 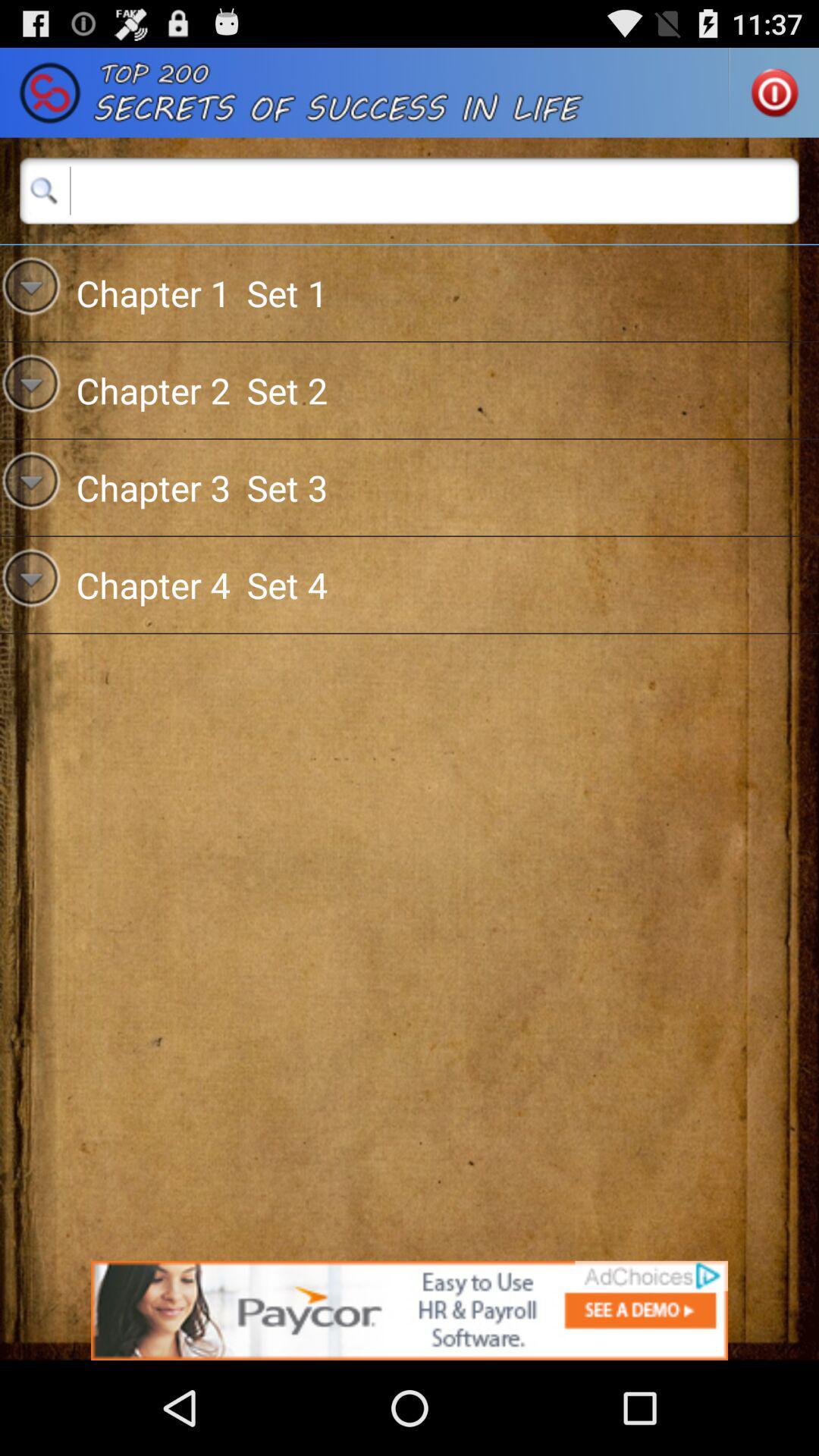 What do you see at coordinates (409, 190) in the screenshot?
I see `search bar` at bounding box center [409, 190].